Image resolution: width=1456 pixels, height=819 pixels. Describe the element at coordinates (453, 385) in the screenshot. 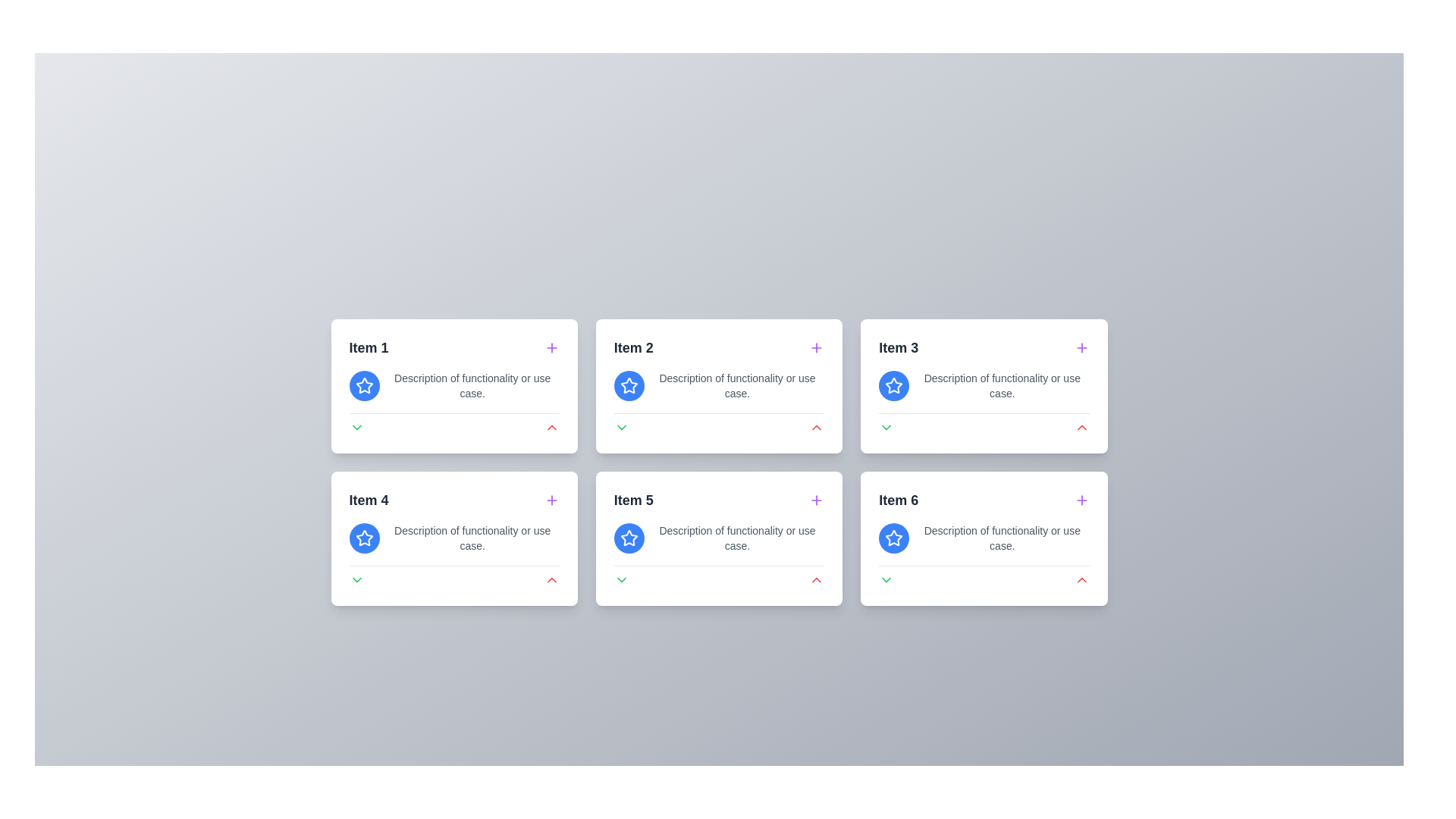

I see `the first interactive card located at the top-left corner of the grid` at that location.